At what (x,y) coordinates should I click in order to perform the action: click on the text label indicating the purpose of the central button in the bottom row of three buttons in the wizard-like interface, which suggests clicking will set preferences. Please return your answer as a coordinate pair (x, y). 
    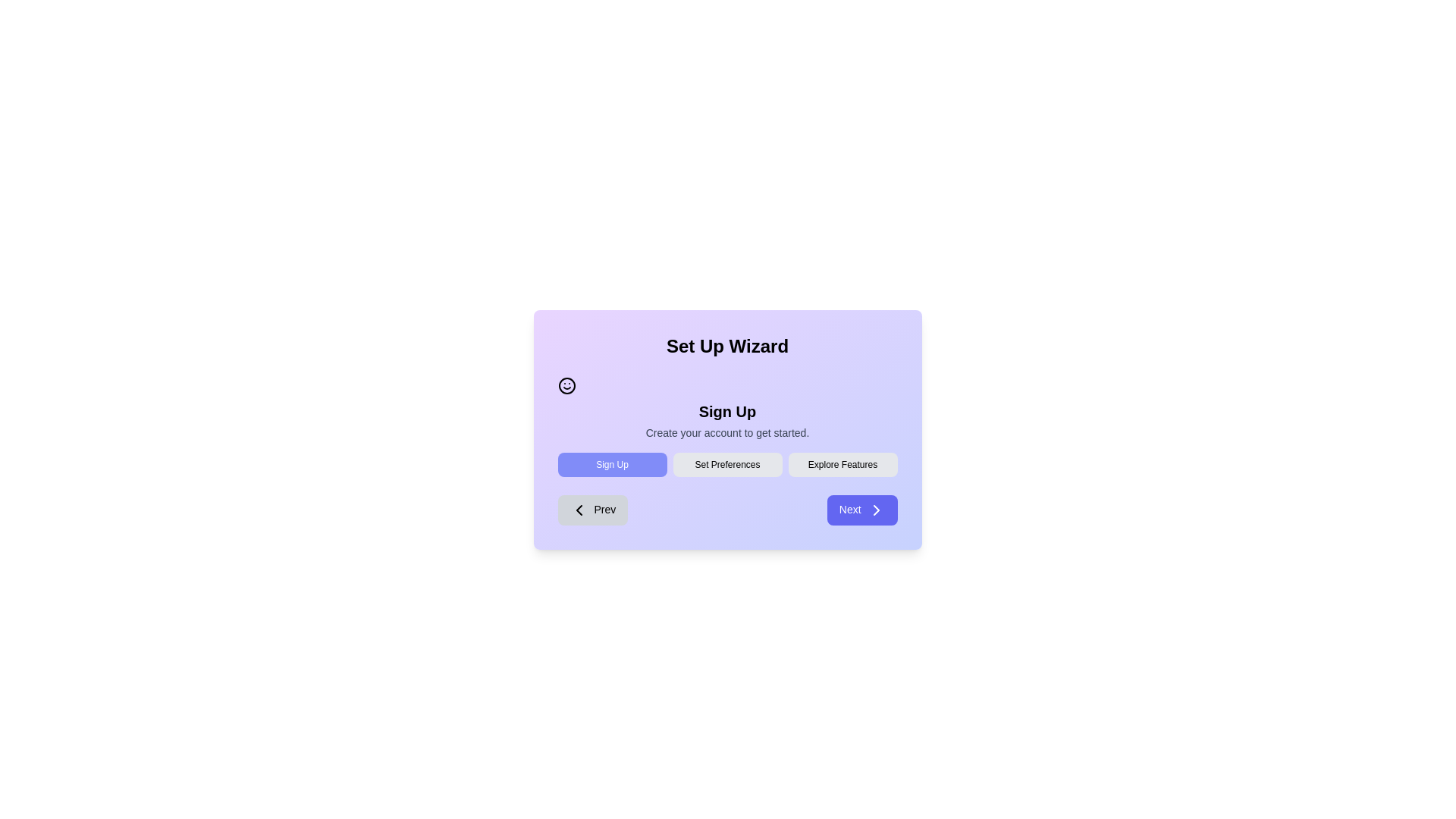
    Looking at the image, I should click on (726, 464).